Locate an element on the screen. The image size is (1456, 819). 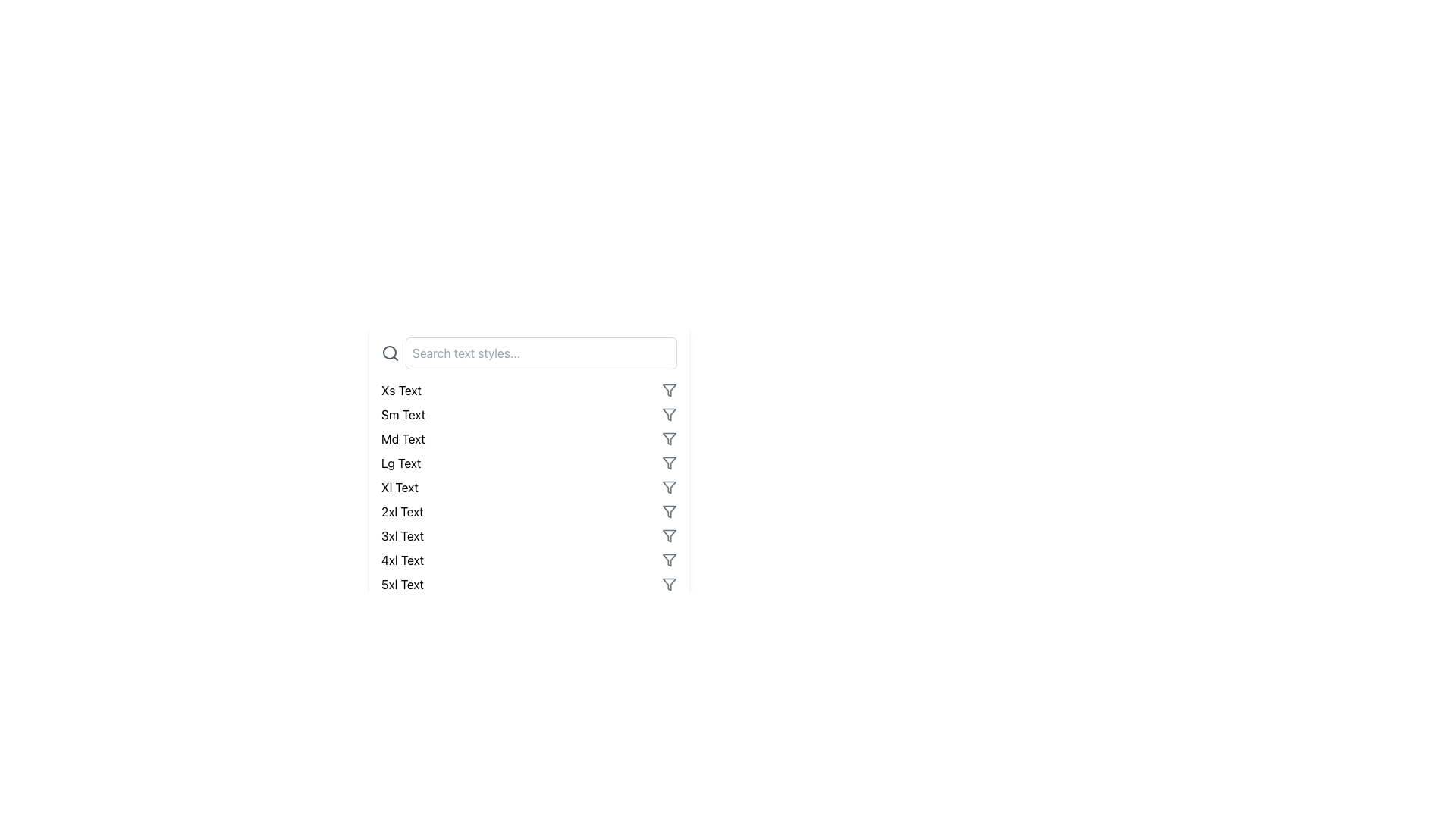
the medium text size label is located at coordinates (403, 438).